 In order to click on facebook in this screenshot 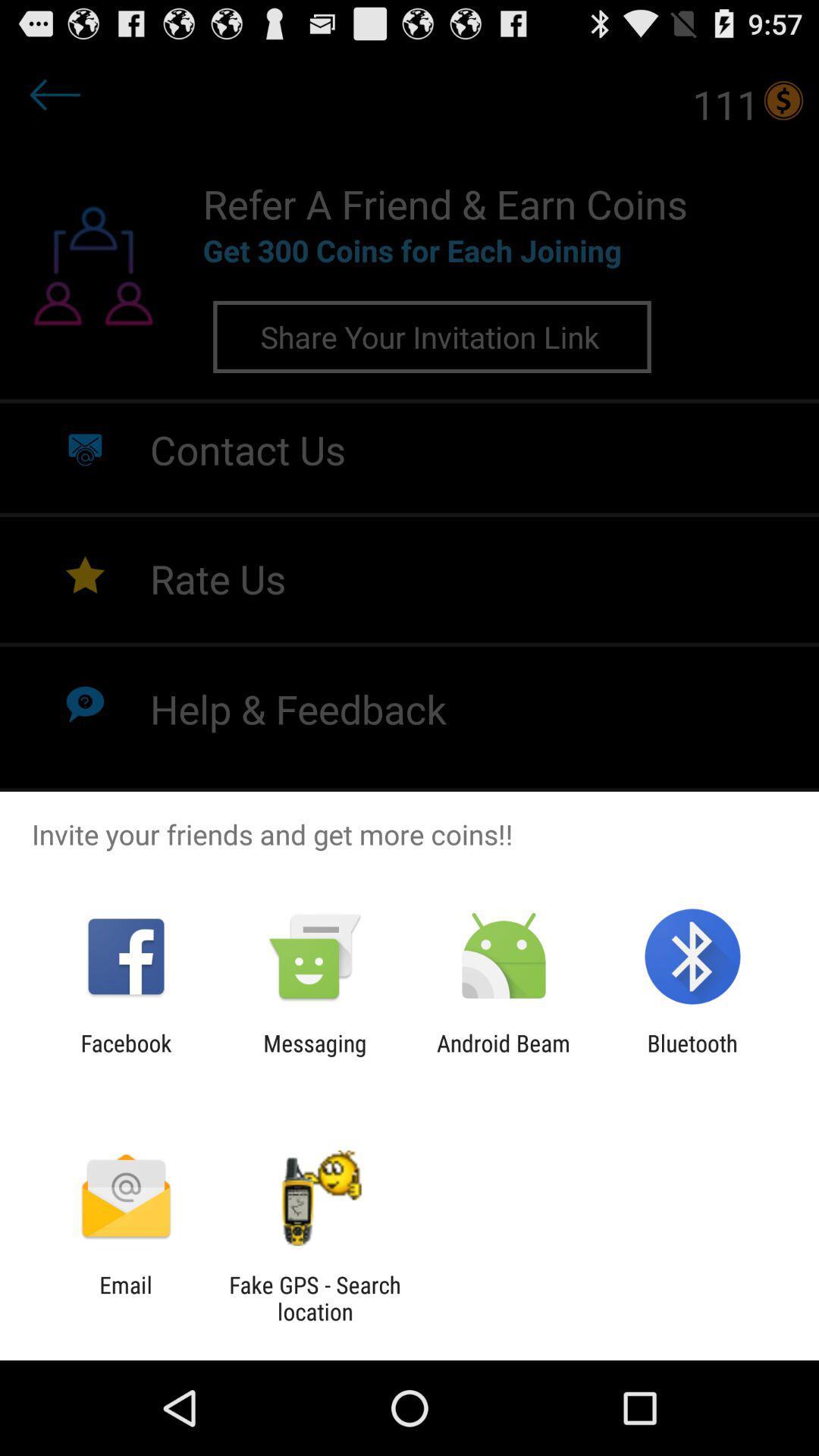, I will do `click(125, 1056)`.